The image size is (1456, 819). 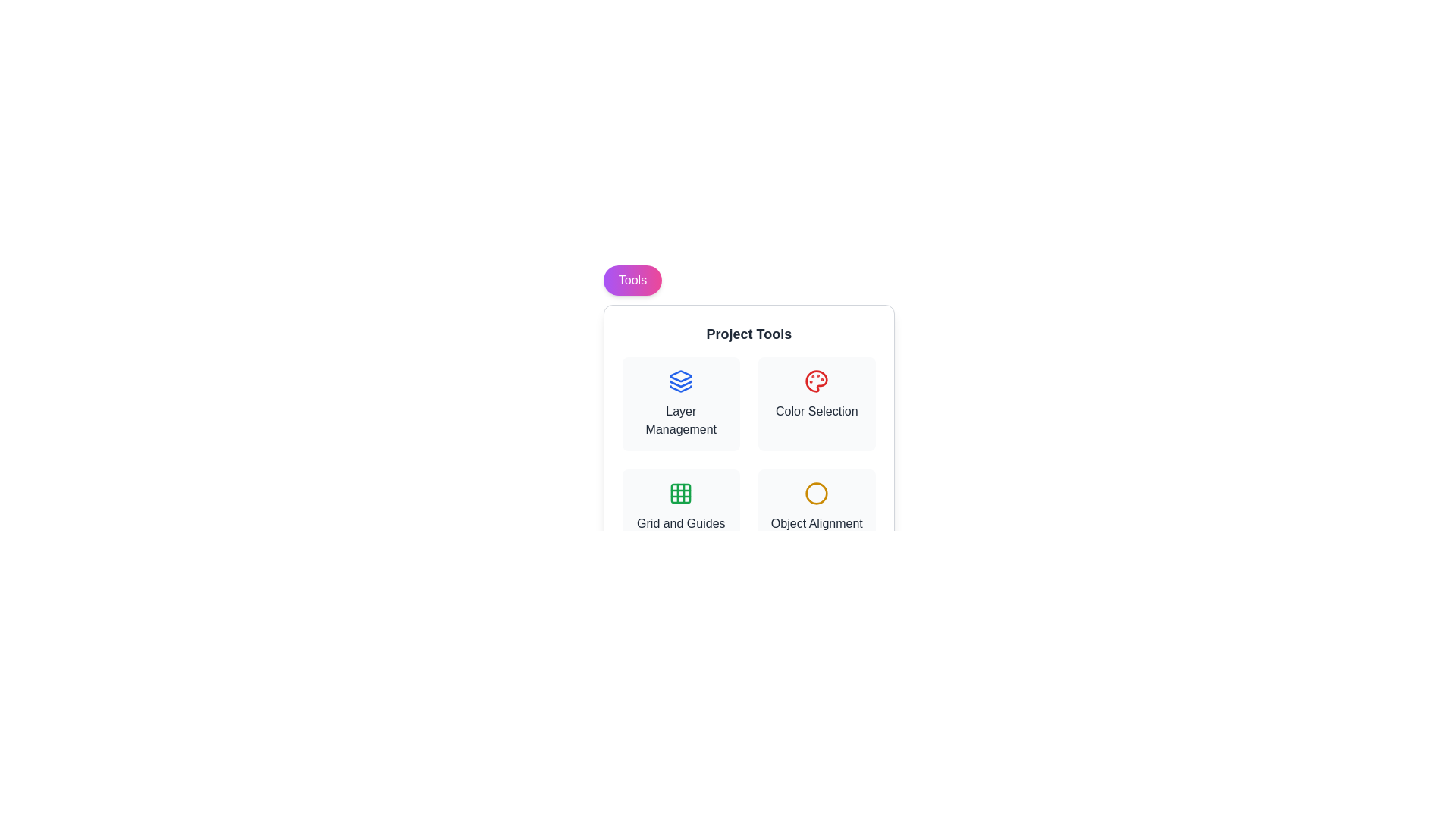 What do you see at coordinates (816, 380) in the screenshot?
I see `the painter's palette icon, which is red and located in the upper-right quadrant of the 'Color Selection' card` at bounding box center [816, 380].